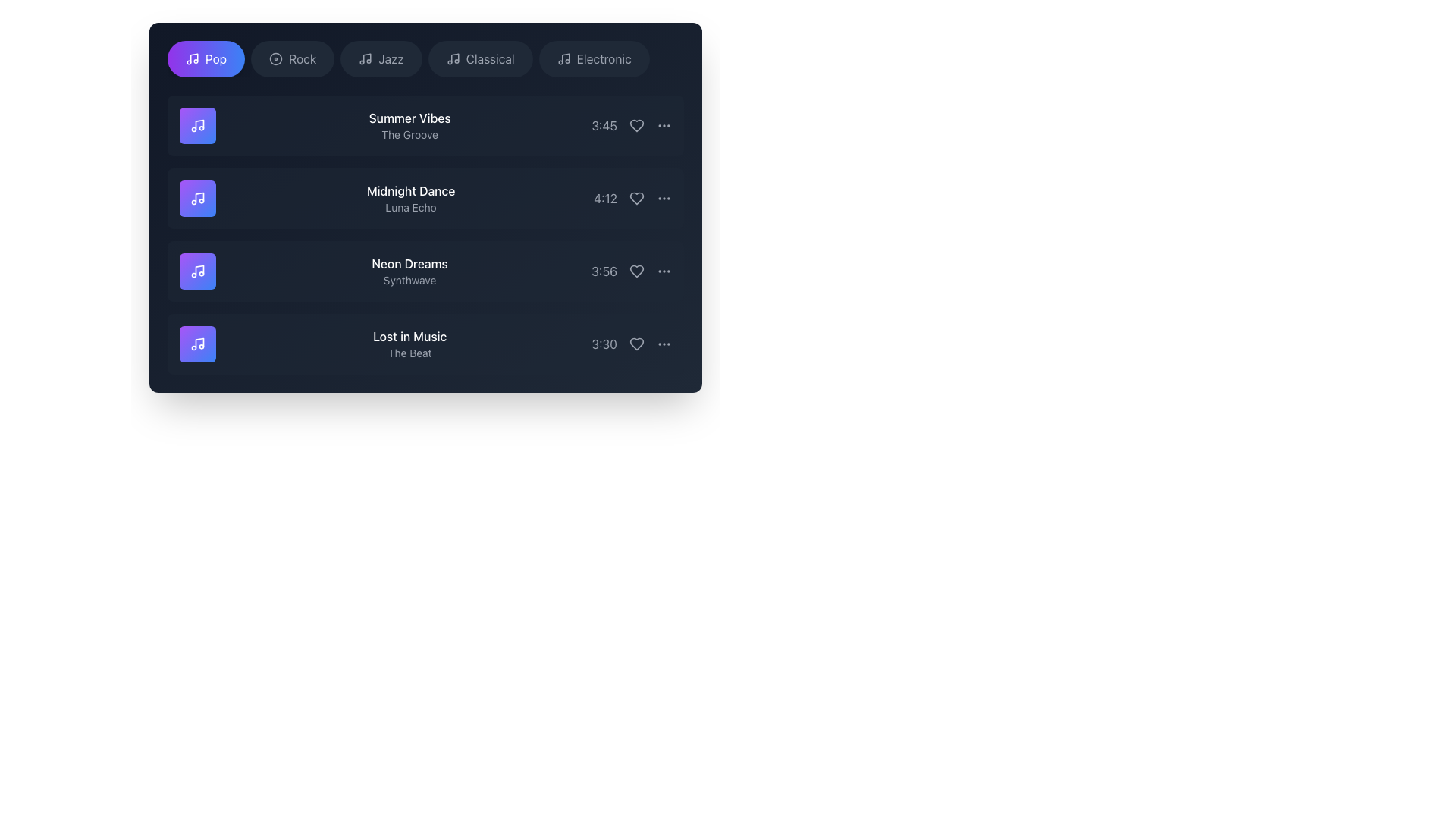 This screenshot has height=819, width=1456. I want to click on the heart-shaped favorite button located to the right of the 'Neon Dreams' item to favorite it, so click(637, 271).